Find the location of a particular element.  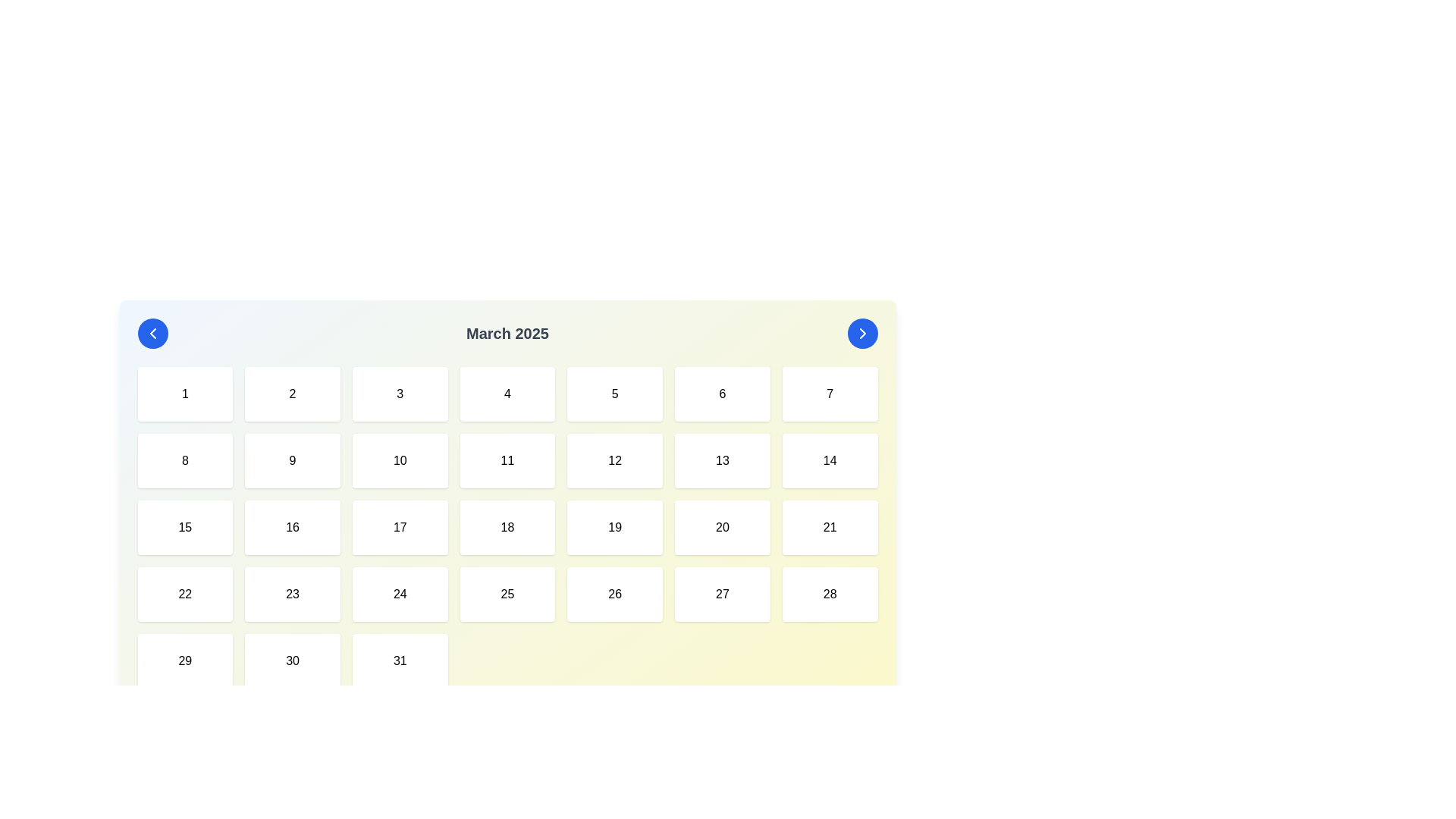

the calendar day cell representing the date '22', which is a box with a white background and rounded corners, containing the text '22' in black, located in the fourth row, first column of the calendar grid is located at coordinates (184, 593).